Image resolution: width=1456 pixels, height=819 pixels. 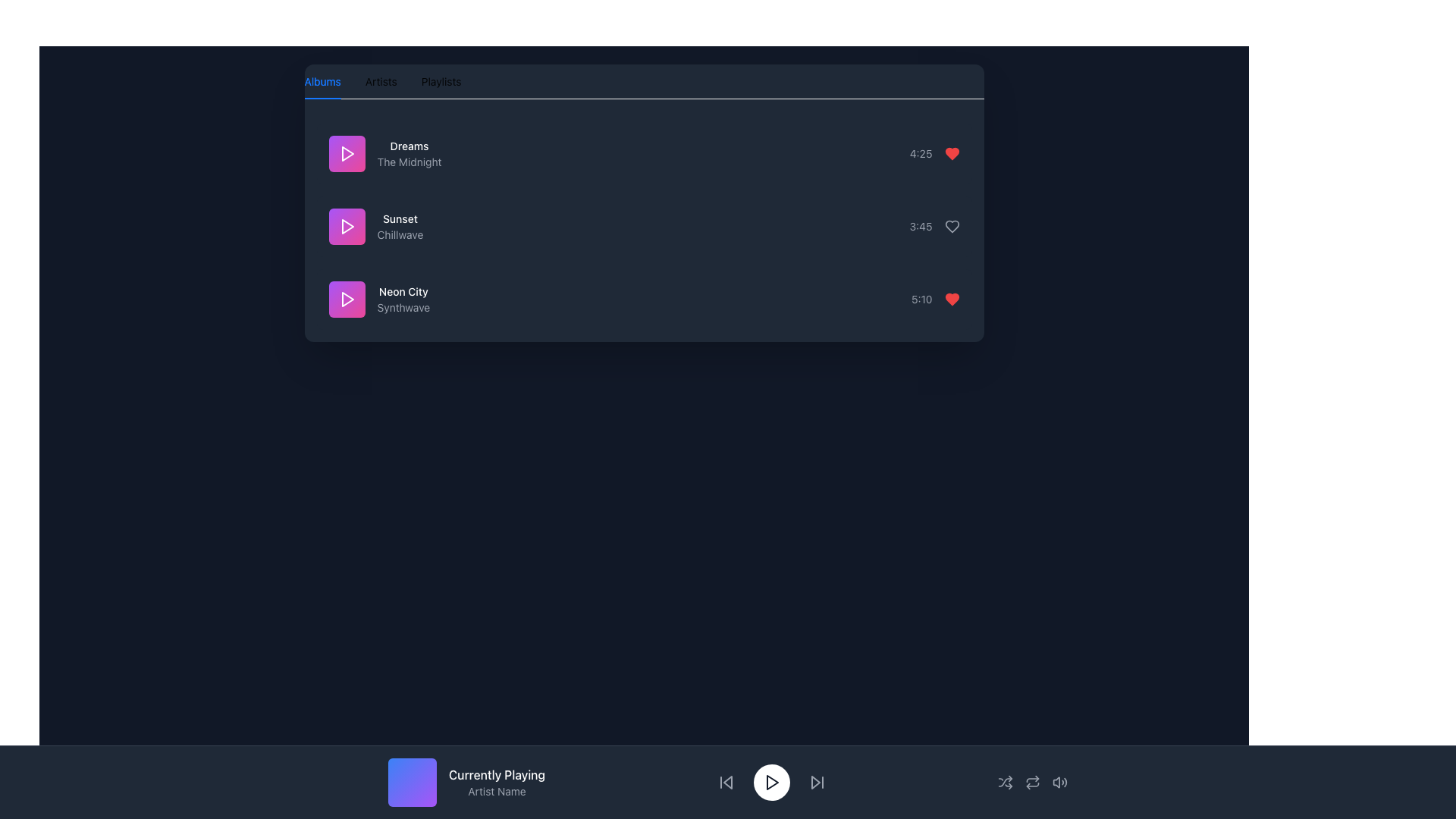 What do you see at coordinates (409, 162) in the screenshot?
I see `the text label displaying the artist name for the song 'Dreams', located directly under the 'Dreams' text in the first row of the Albums tab list` at bounding box center [409, 162].